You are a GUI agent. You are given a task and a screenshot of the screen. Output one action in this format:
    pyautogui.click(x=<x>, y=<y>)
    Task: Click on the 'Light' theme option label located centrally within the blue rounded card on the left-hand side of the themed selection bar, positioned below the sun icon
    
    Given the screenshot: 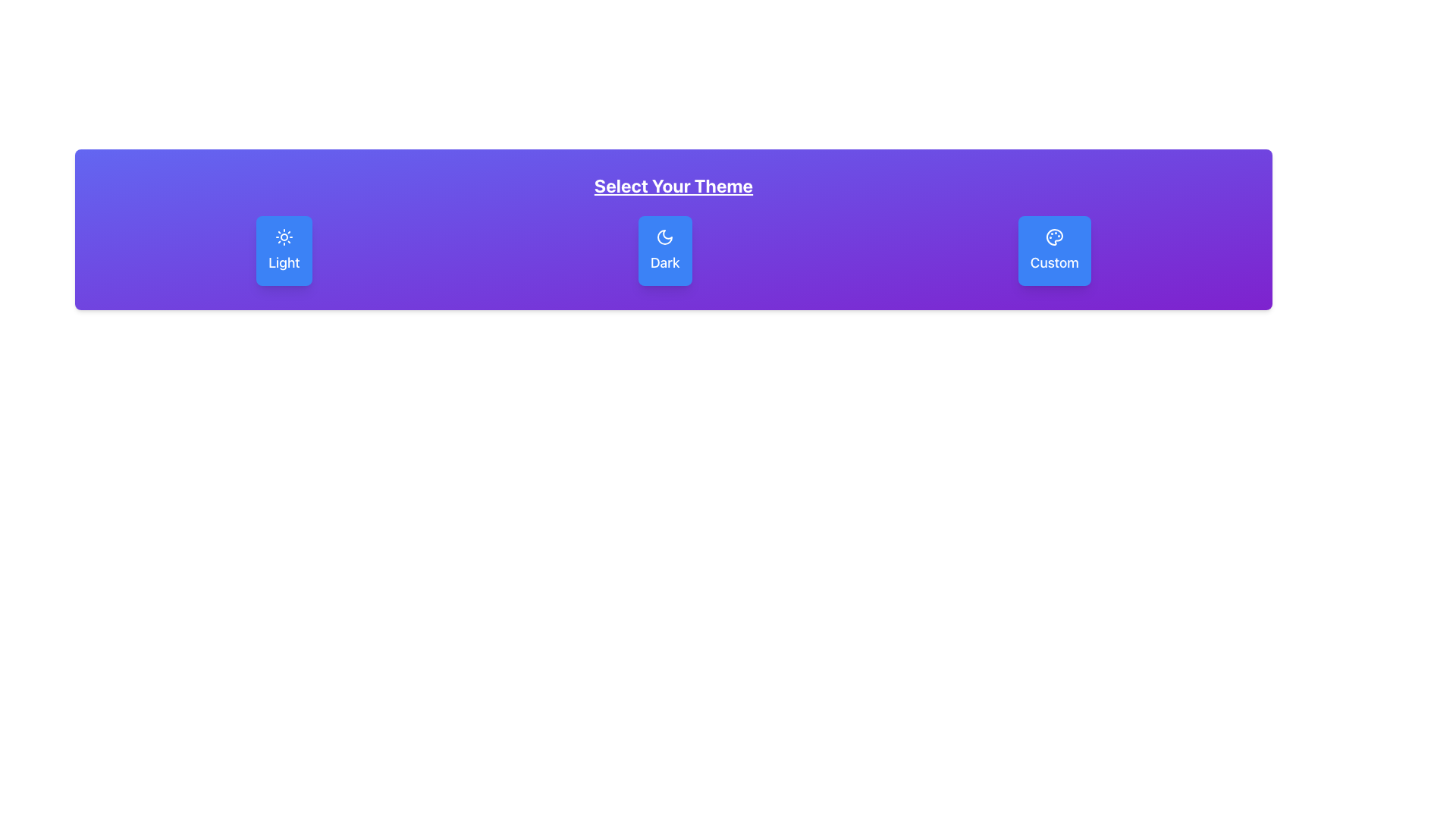 What is the action you would take?
    pyautogui.click(x=284, y=262)
    